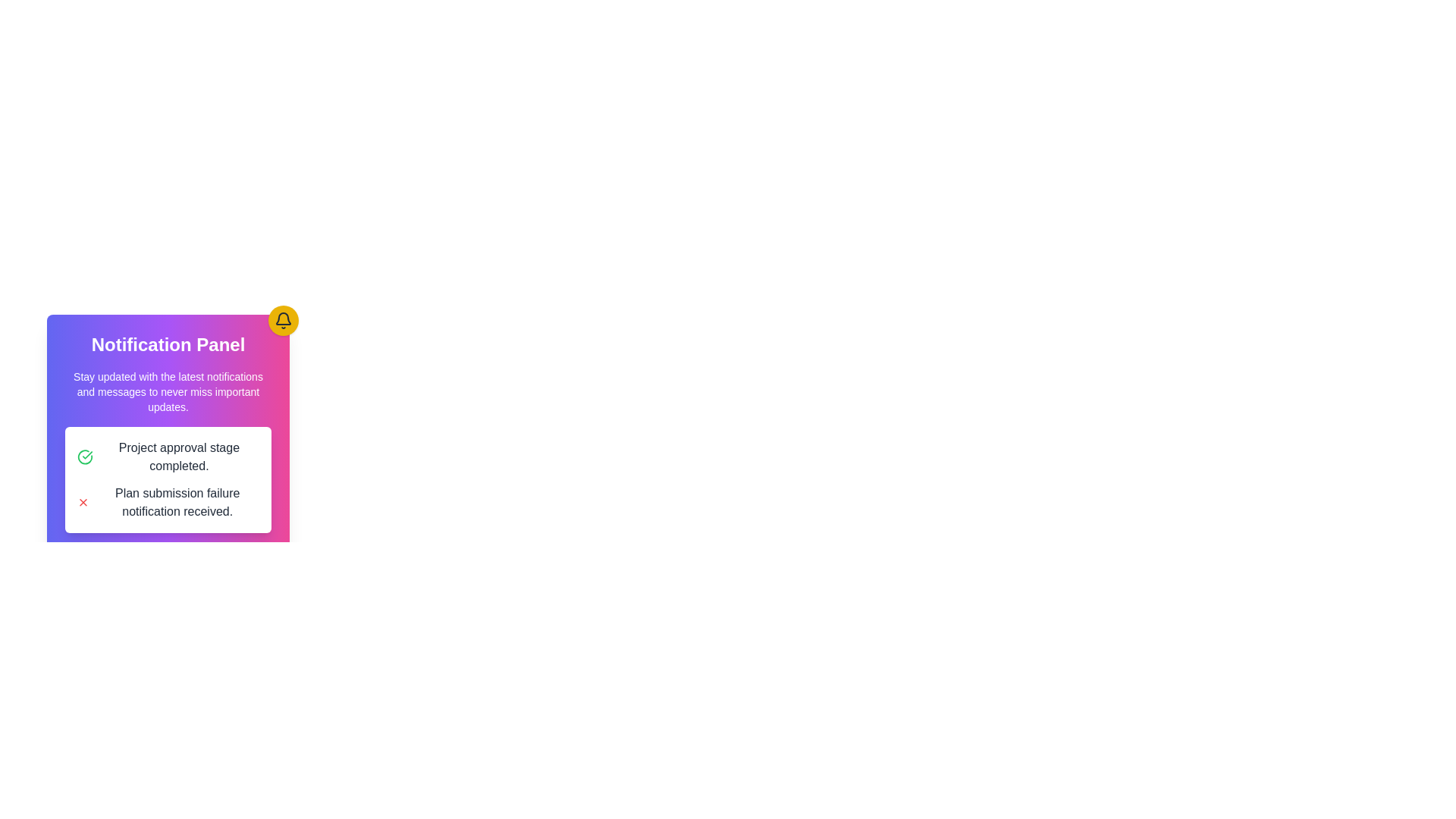 Image resolution: width=1456 pixels, height=819 pixels. What do you see at coordinates (284, 320) in the screenshot?
I see `the notification bell icon located at the top-right corner of the notification card to interact with it and open the notification list` at bounding box center [284, 320].